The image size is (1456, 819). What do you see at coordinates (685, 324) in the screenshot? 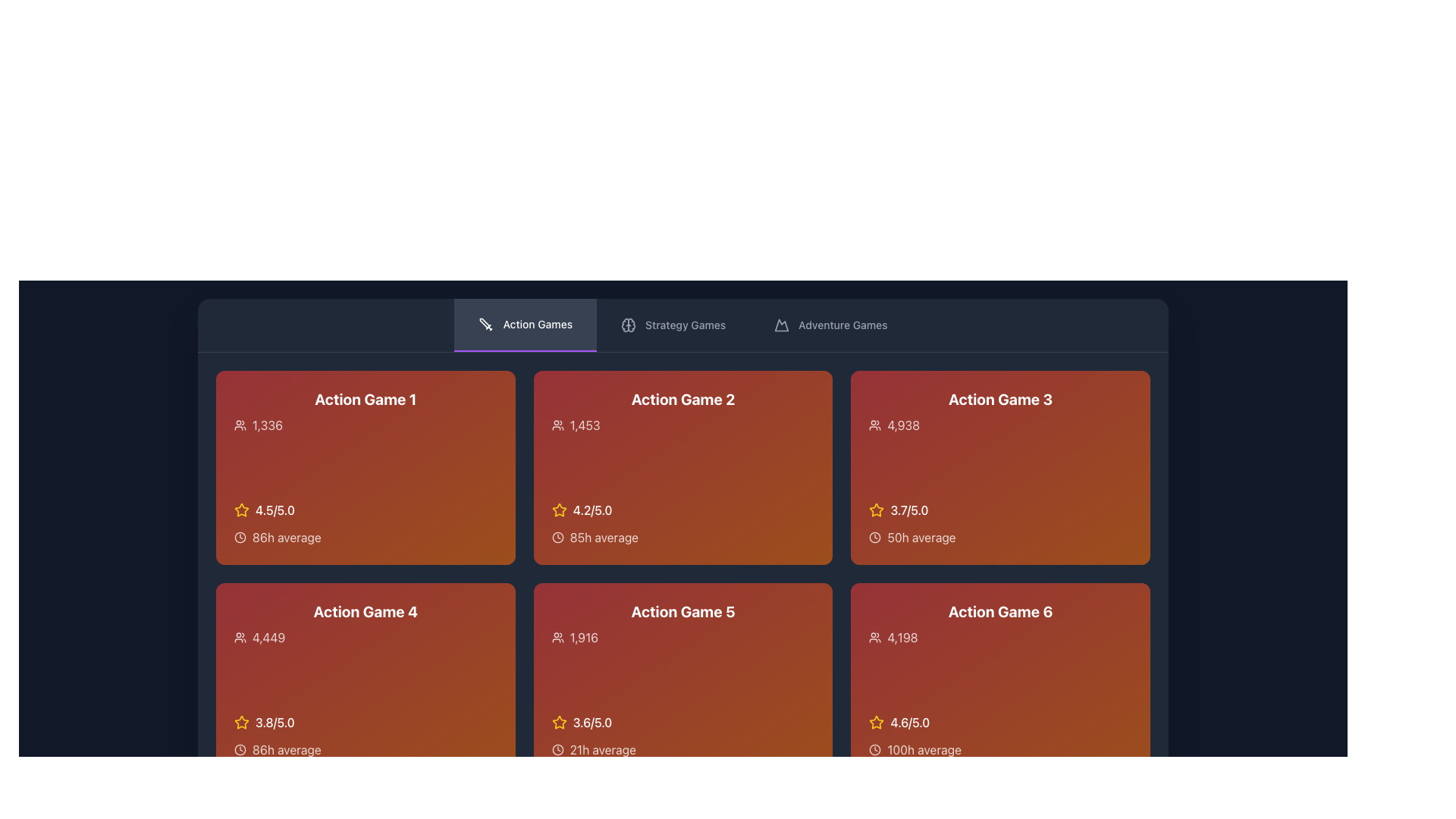
I see `the 'Strategy Games' text button located in the upper central area of the interface, which is the second option in the navigation bar` at bounding box center [685, 324].